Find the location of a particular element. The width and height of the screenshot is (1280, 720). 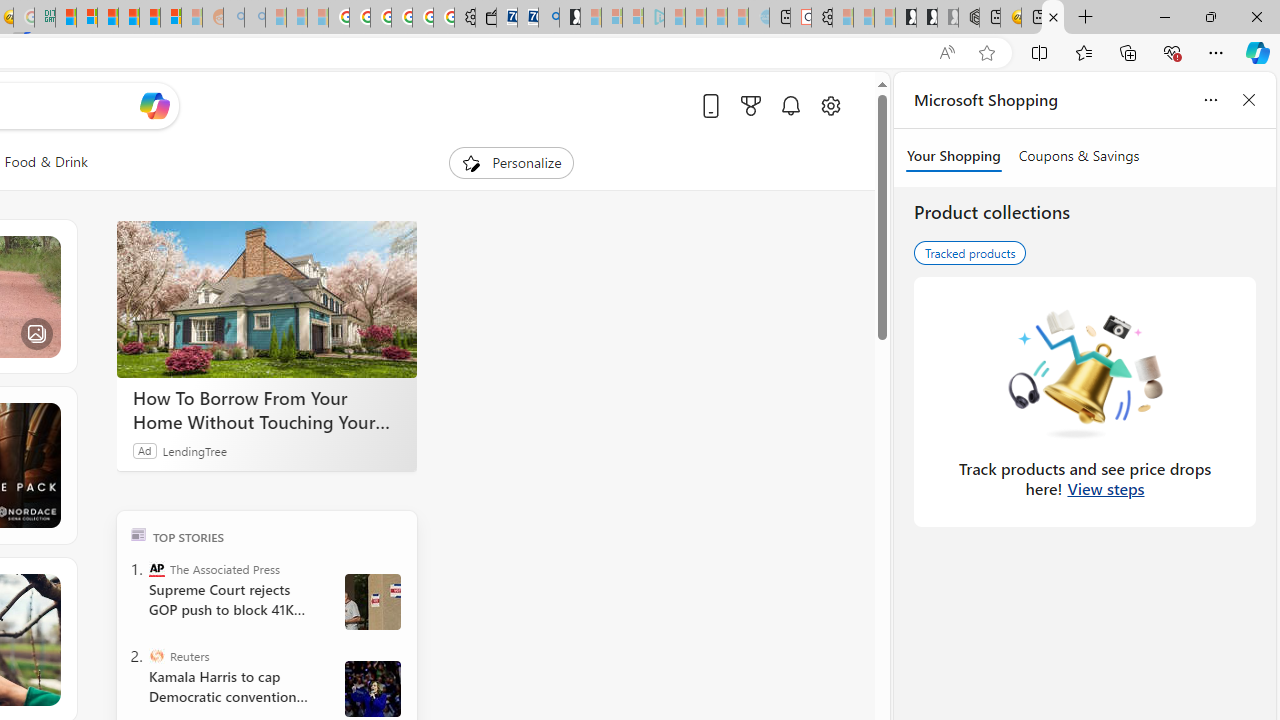

'Personalize' is located at coordinates (512, 162).